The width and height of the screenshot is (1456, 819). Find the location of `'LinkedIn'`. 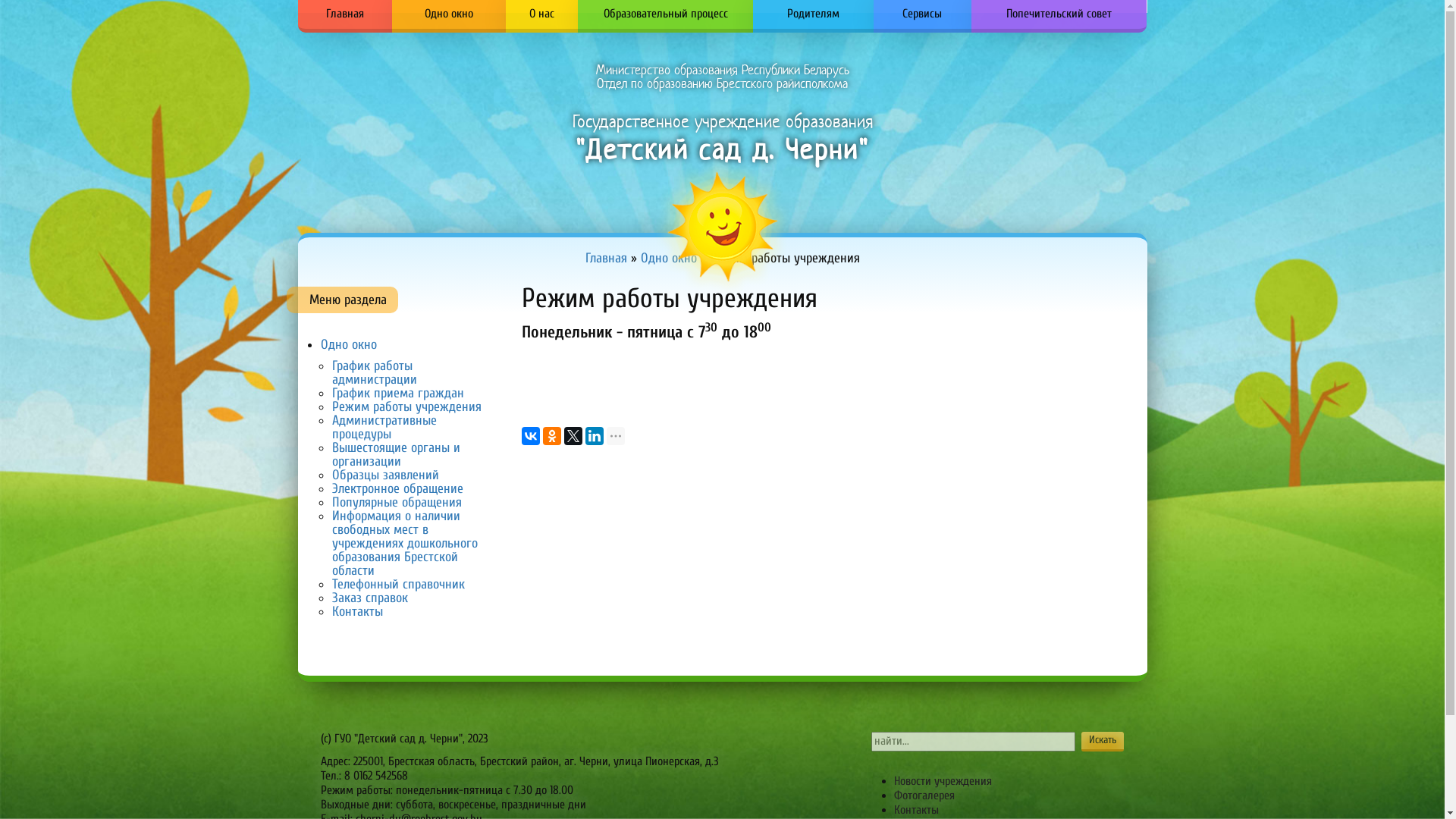

'LinkedIn' is located at coordinates (593, 435).